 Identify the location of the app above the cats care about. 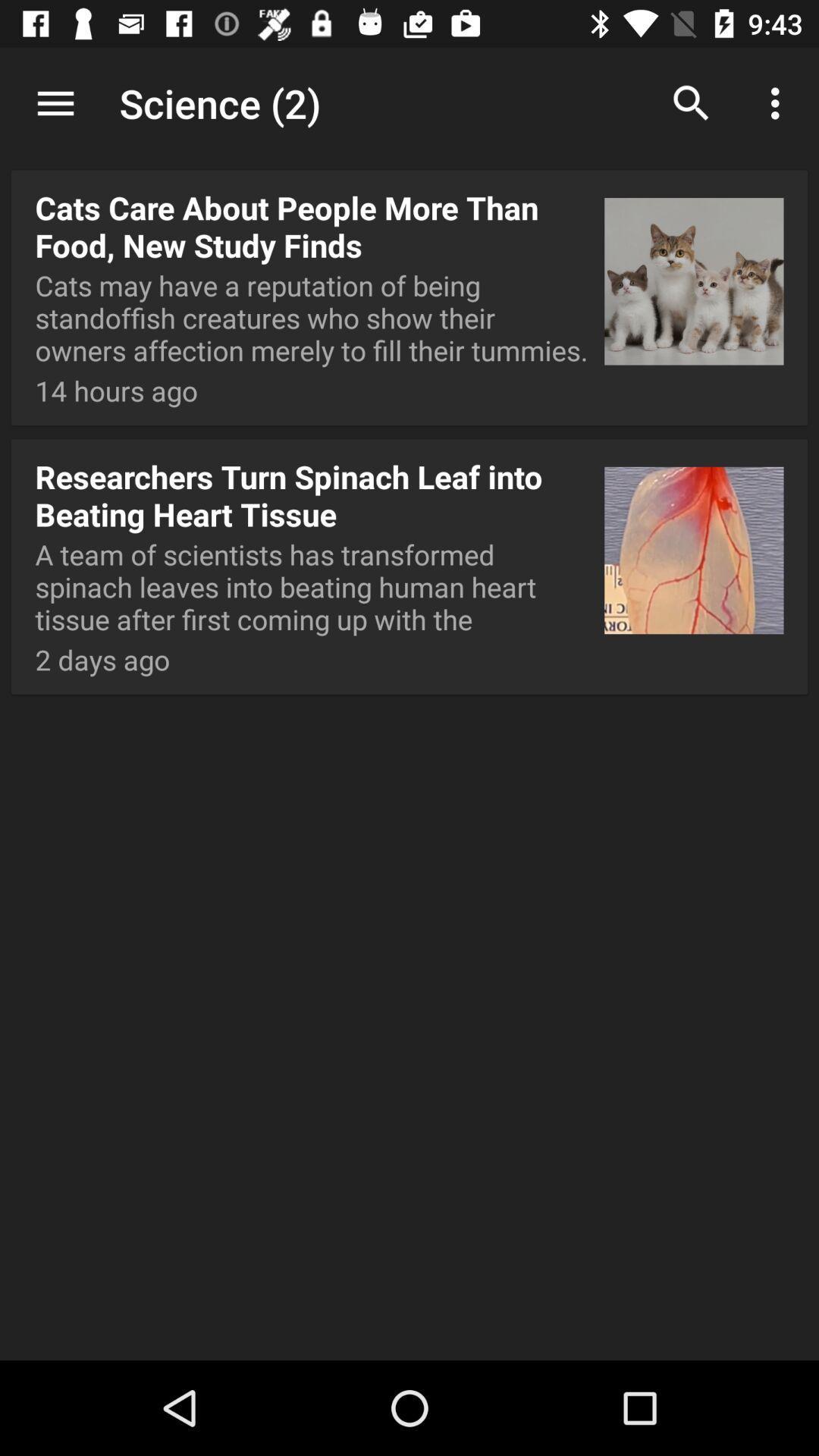
(409, 105).